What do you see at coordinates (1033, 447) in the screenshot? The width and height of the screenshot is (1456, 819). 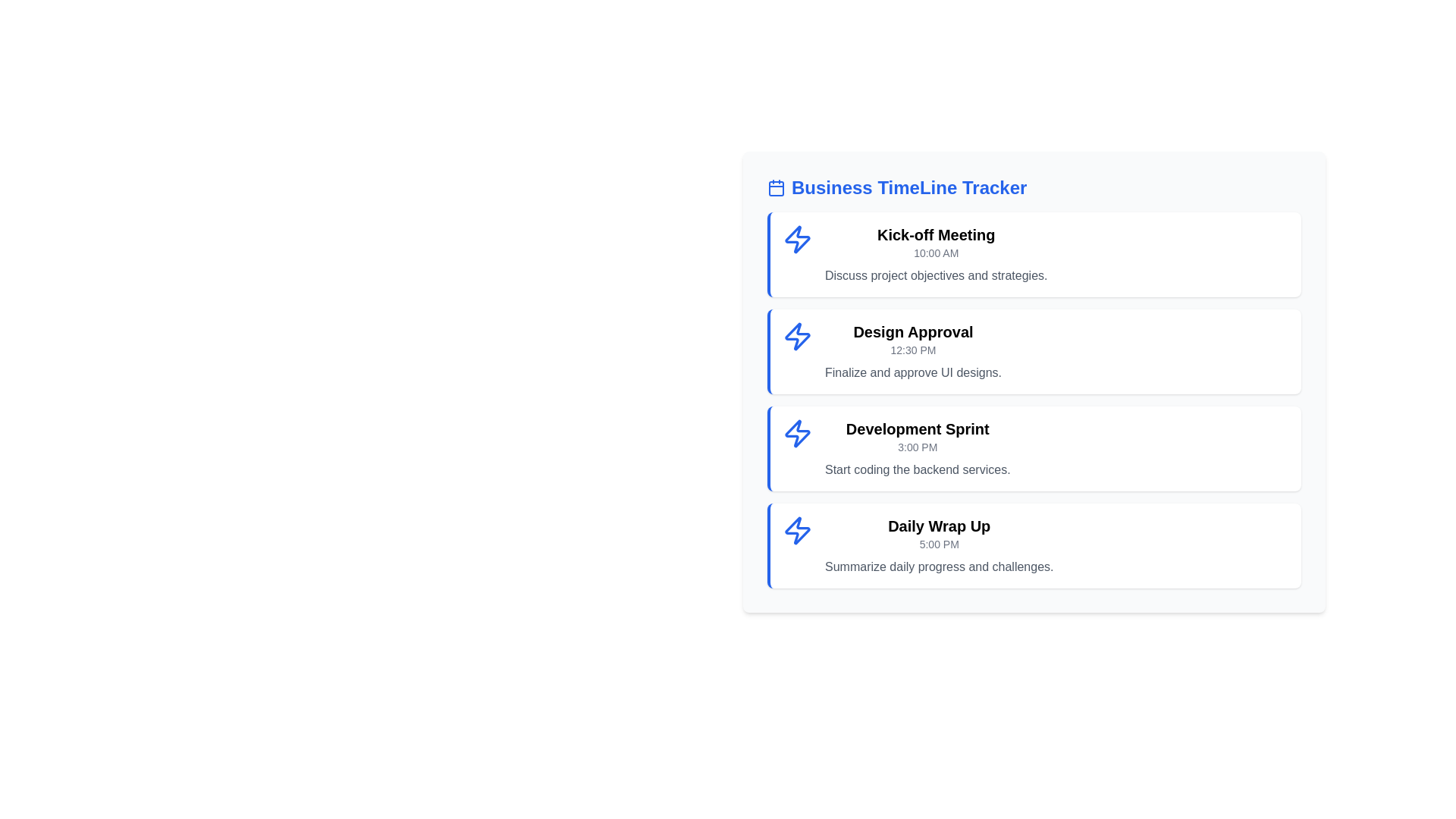 I see `details of the 'Development Sprint' task card, which includes the title, time, and description, located in the timeline interface` at bounding box center [1033, 447].